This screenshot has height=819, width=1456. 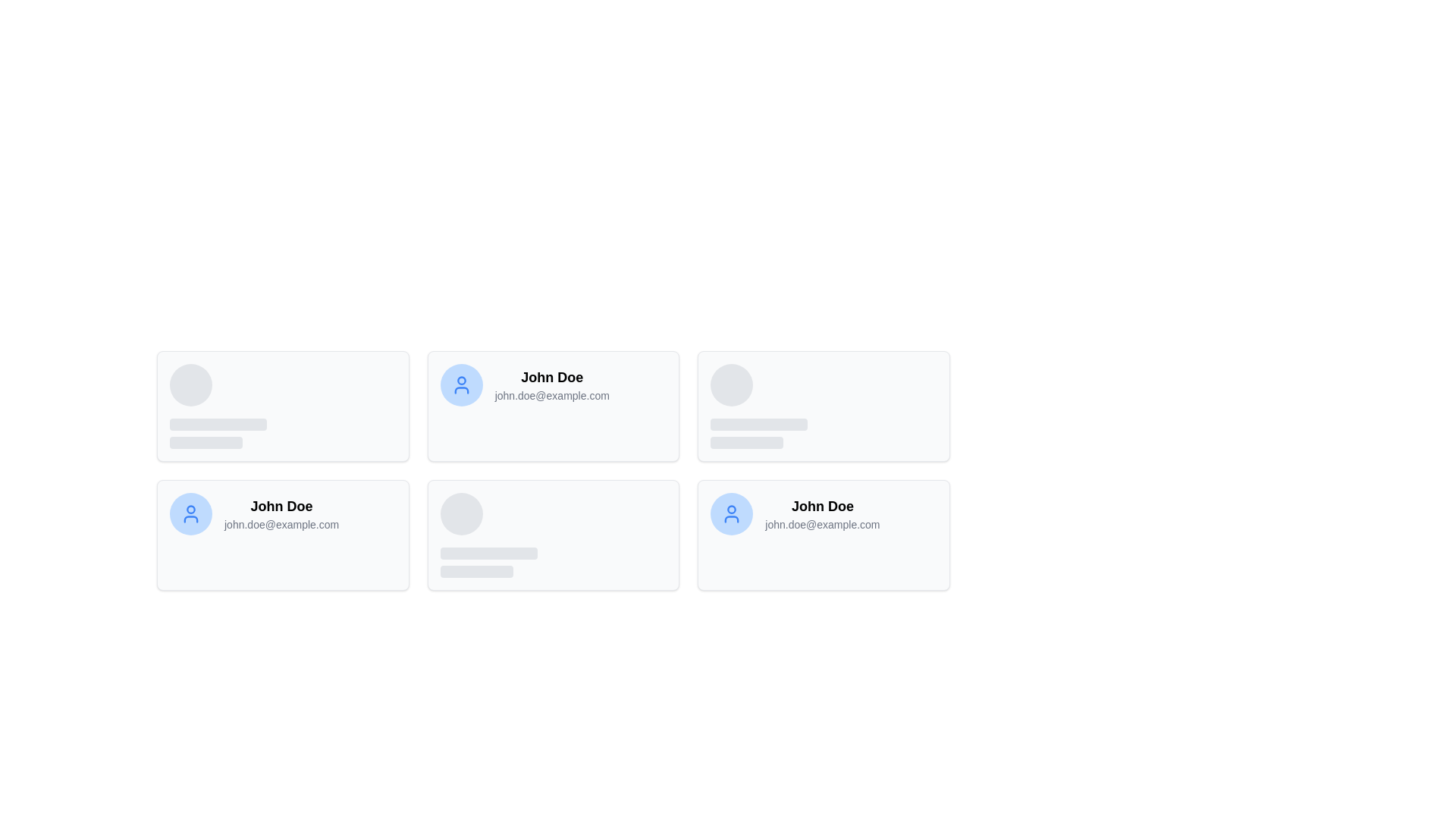 I want to click on the loading placeholder located in the bottom-middle card of a six-card grid layout, which indicates where content will appear once loaded, so click(x=488, y=562).